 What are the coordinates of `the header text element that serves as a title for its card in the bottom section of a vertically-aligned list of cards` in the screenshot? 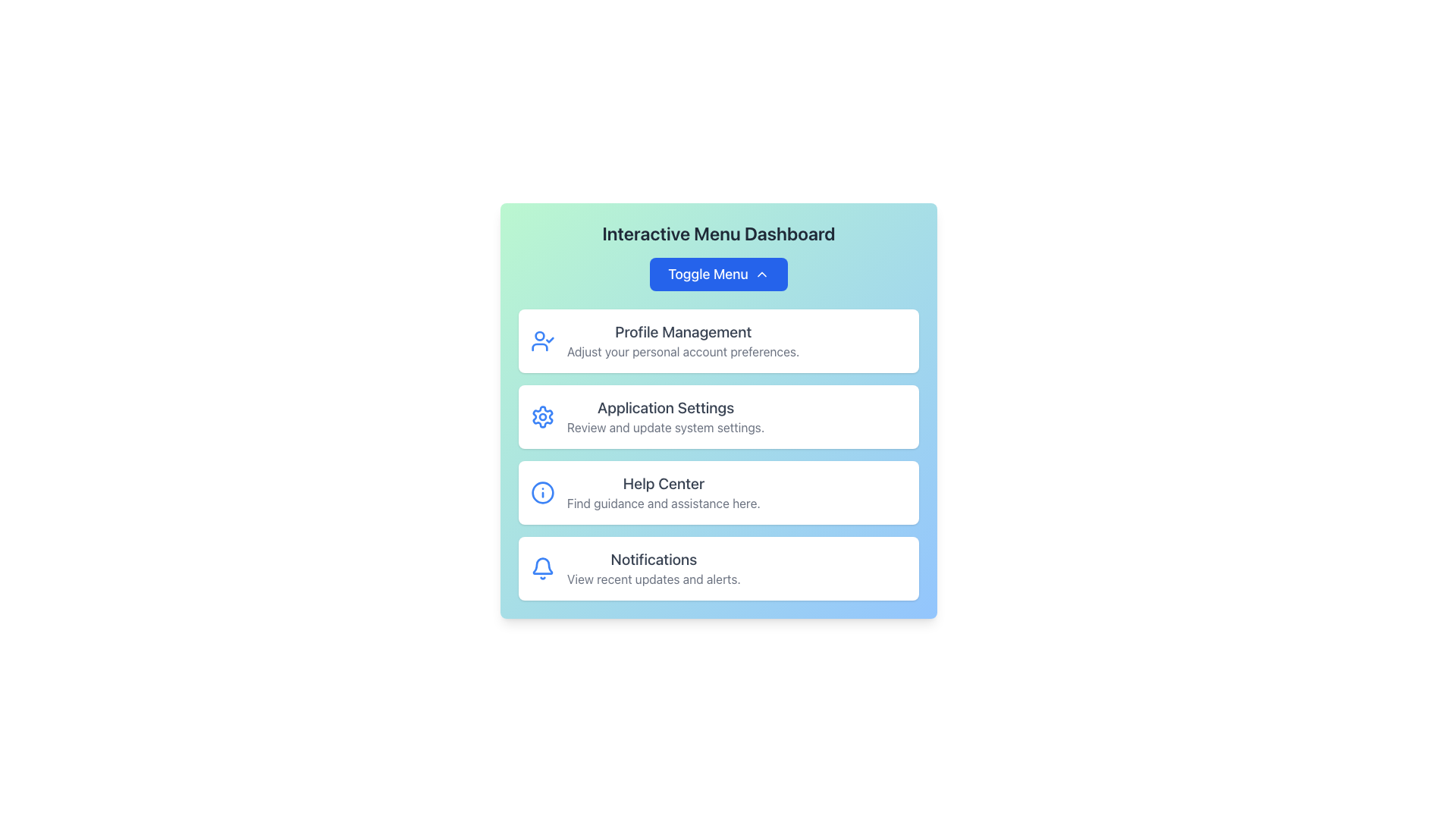 It's located at (654, 559).